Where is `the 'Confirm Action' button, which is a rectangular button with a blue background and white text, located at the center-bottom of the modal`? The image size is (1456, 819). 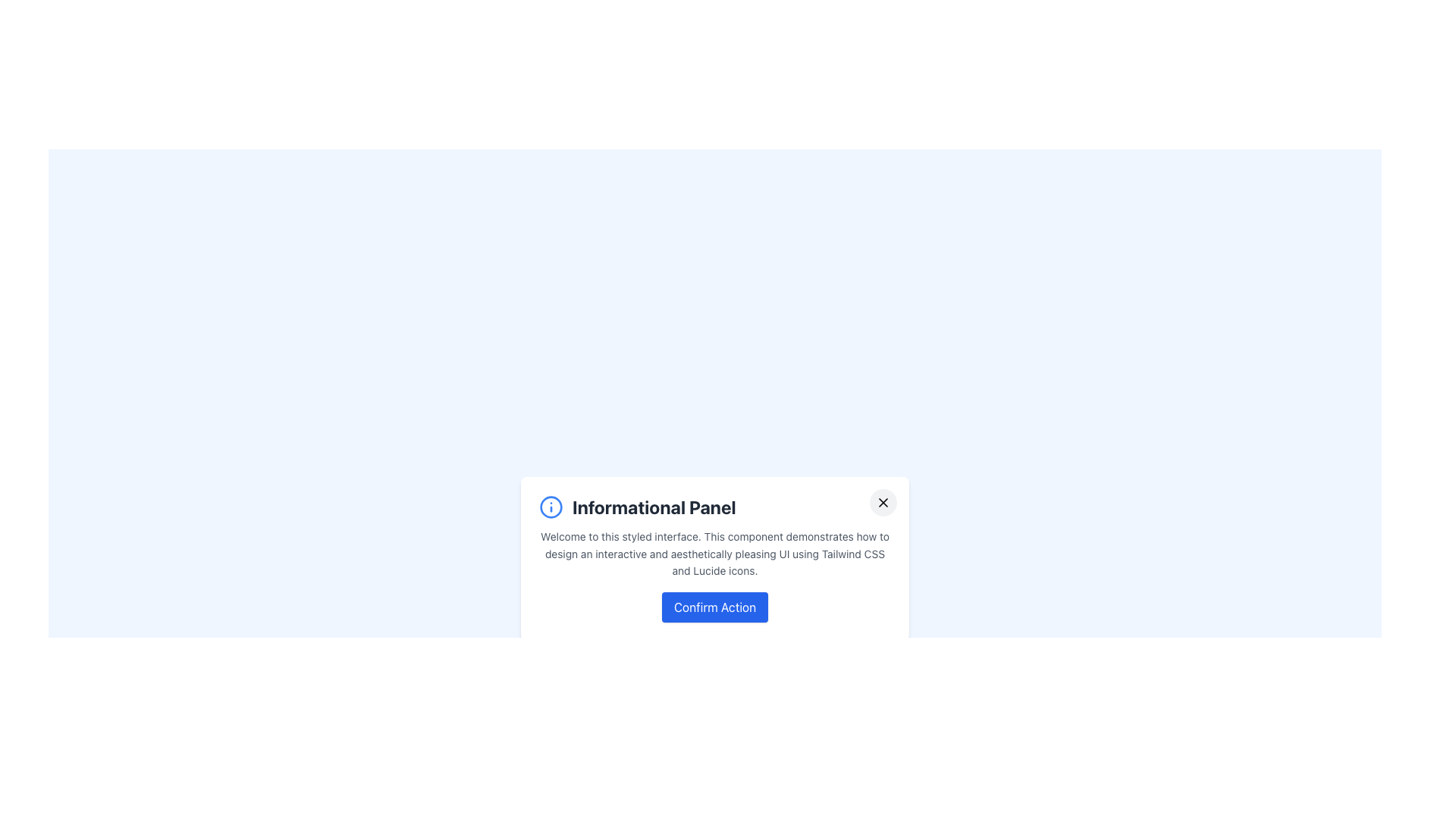
the 'Confirm Action' button, which is a rectangular button with a blue background and white text, located at the center-bottom of the modal is located at coordinates (714, 607).